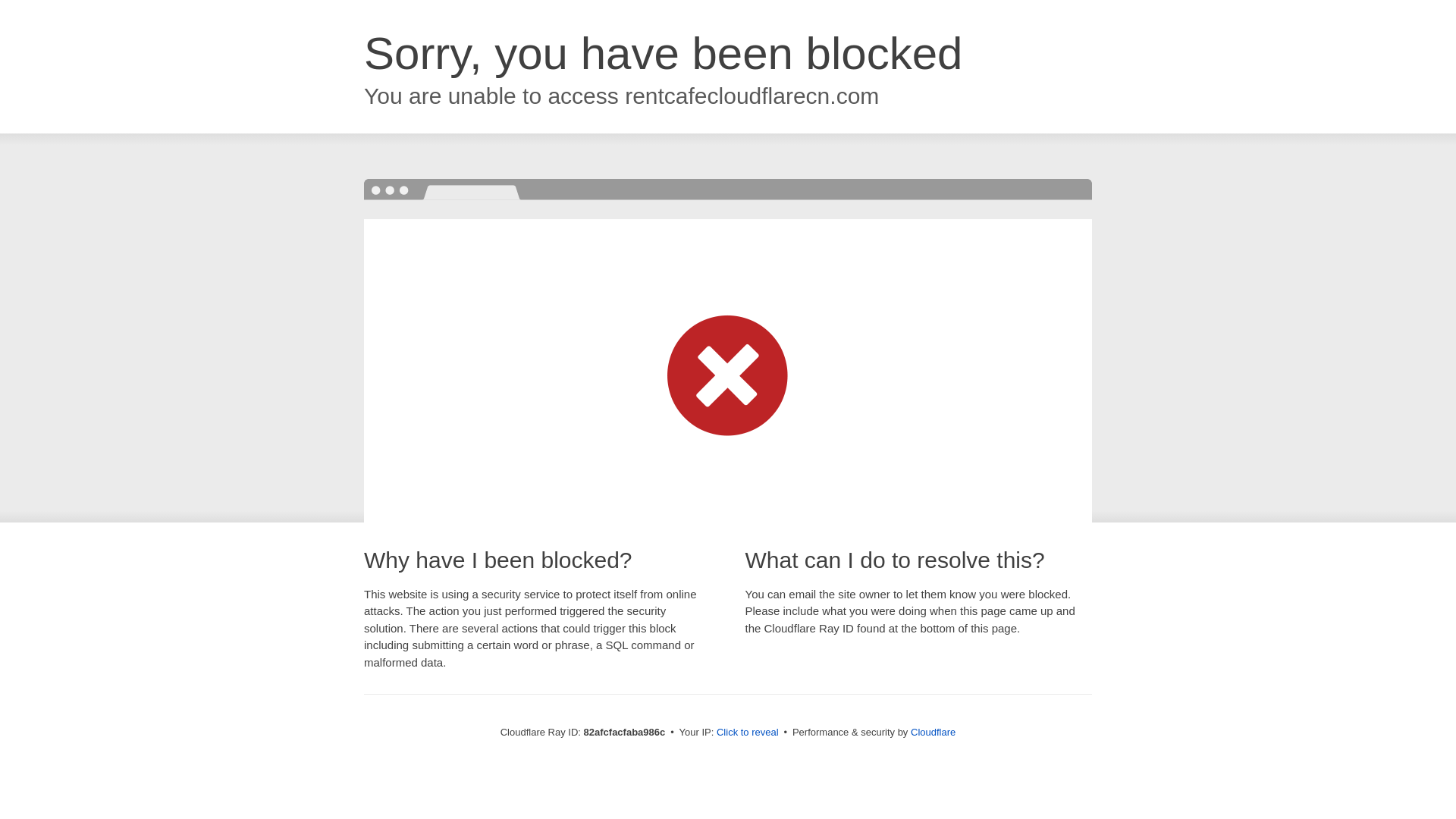  Describe the element at coordinates (716, 731) in the screenshot. I see `'Click to reveal'` at that location.